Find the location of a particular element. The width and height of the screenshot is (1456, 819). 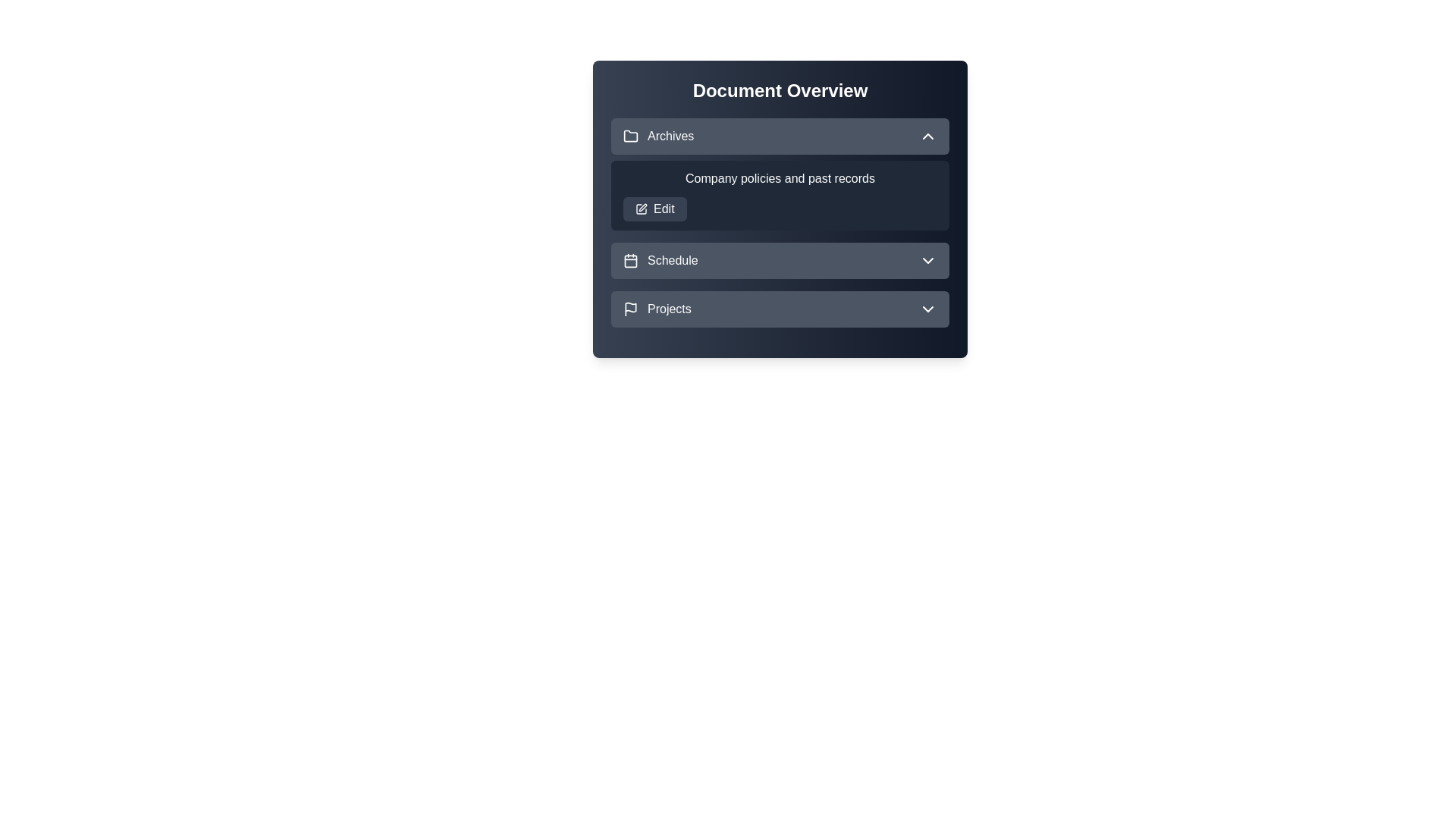

'Edit' button in the expanded 'Archives' section is located at coordinates (654, 209).